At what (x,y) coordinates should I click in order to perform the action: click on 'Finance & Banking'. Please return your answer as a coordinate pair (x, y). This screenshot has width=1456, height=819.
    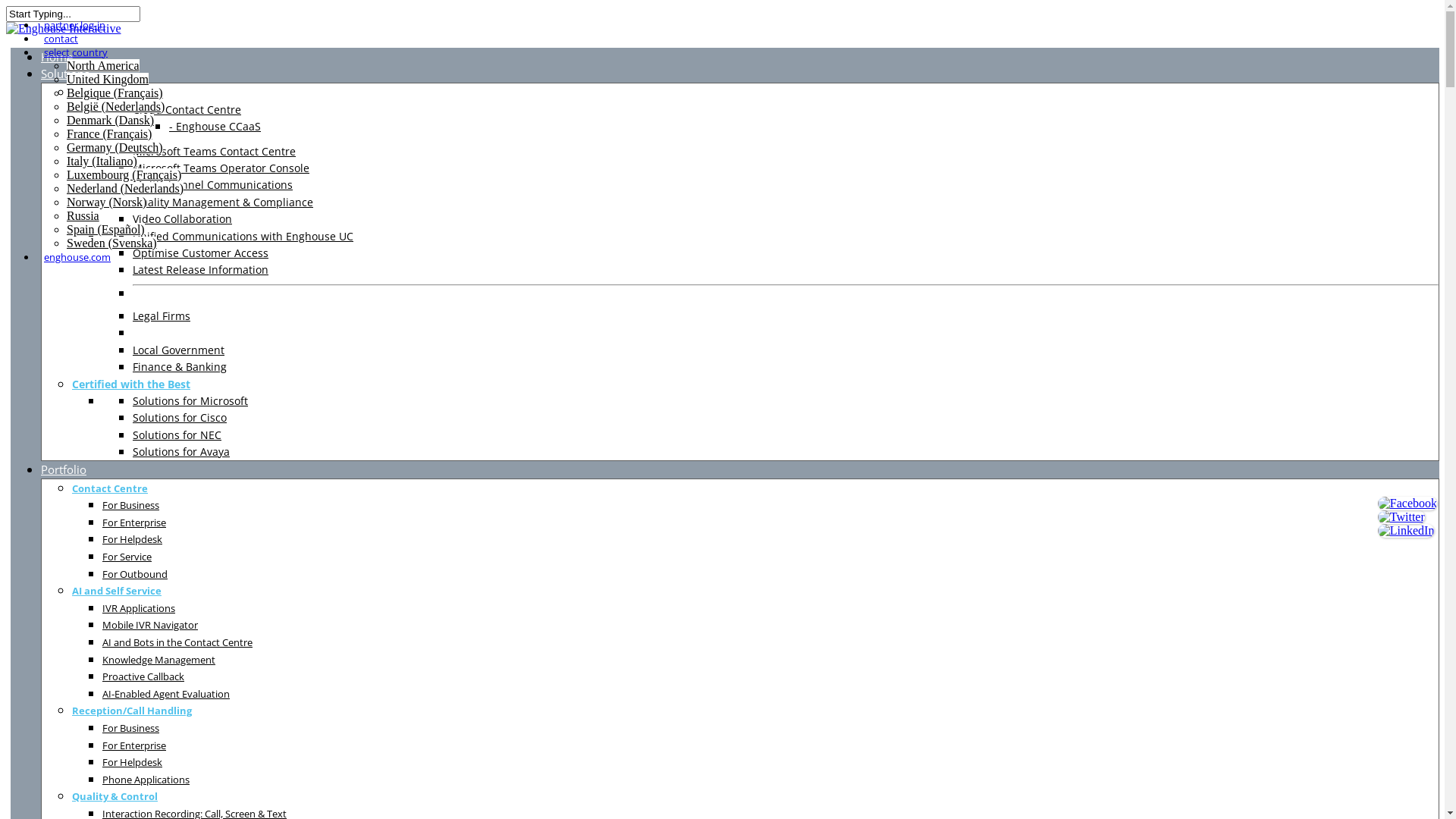
    Looking at the image, I should click on (179, 366).